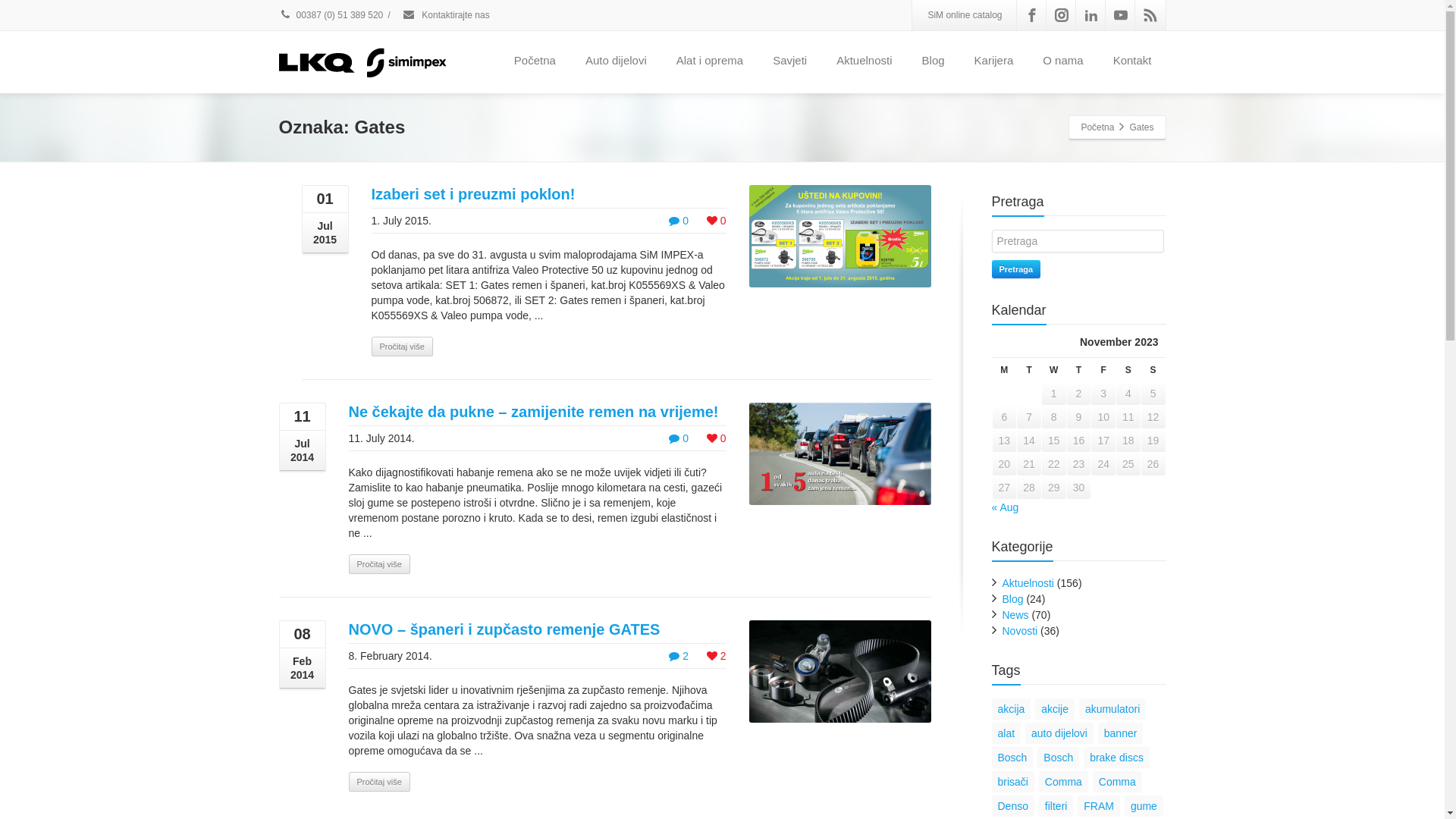 The height and width of the screenshot is (819, 1456). What do you see at coordinates (1037, 805) in the screenshot?
I see `'filteri'` at bounding box center [1037, 805].